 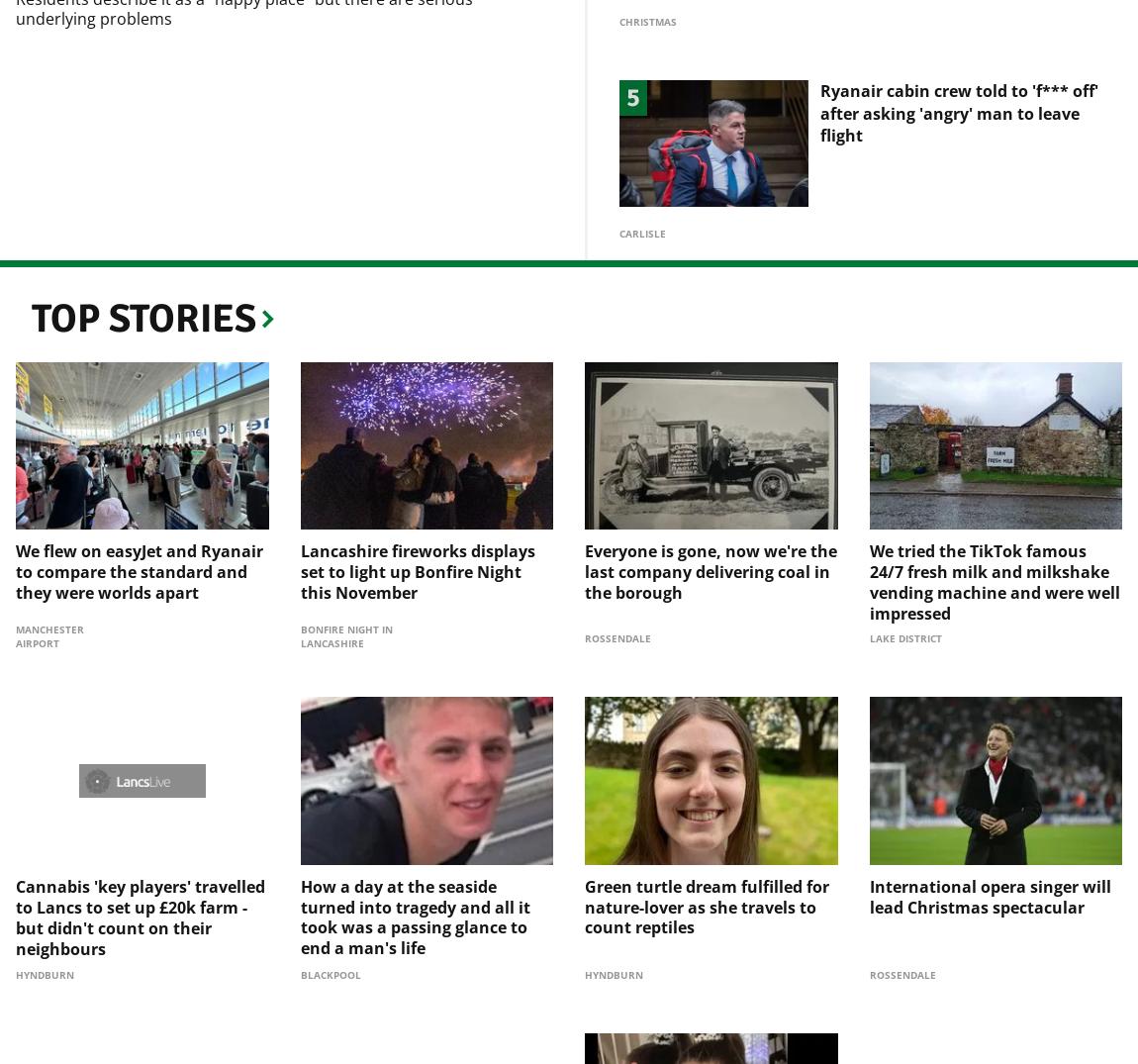 I want to click on 'Everyone is gone, now we're the last company delivering coal in the borough', so click(x=710, y=538).